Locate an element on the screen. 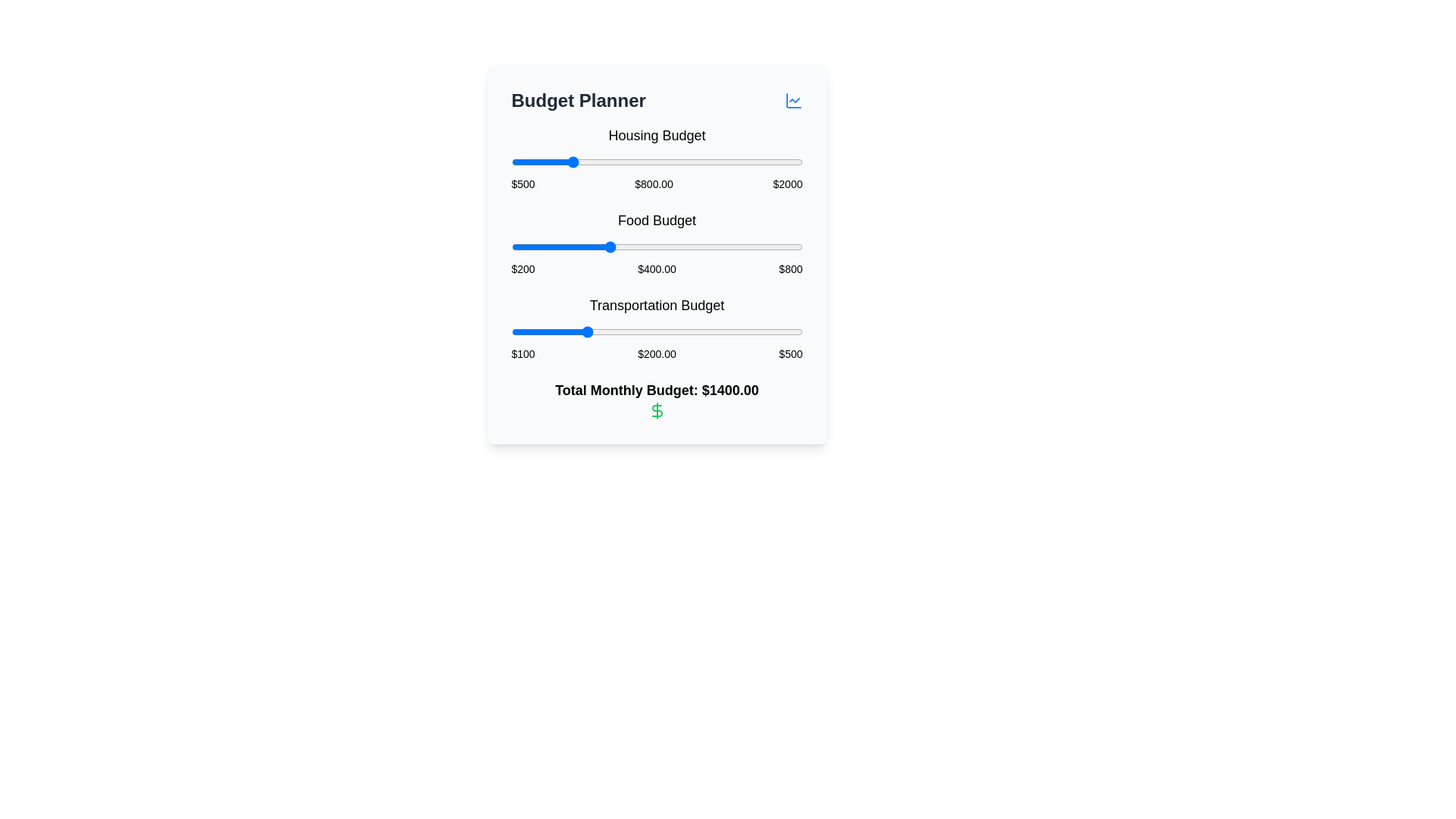 This screenshot has width=1456, height=819. the Food Budget slider is located at coordinates (764, 246).